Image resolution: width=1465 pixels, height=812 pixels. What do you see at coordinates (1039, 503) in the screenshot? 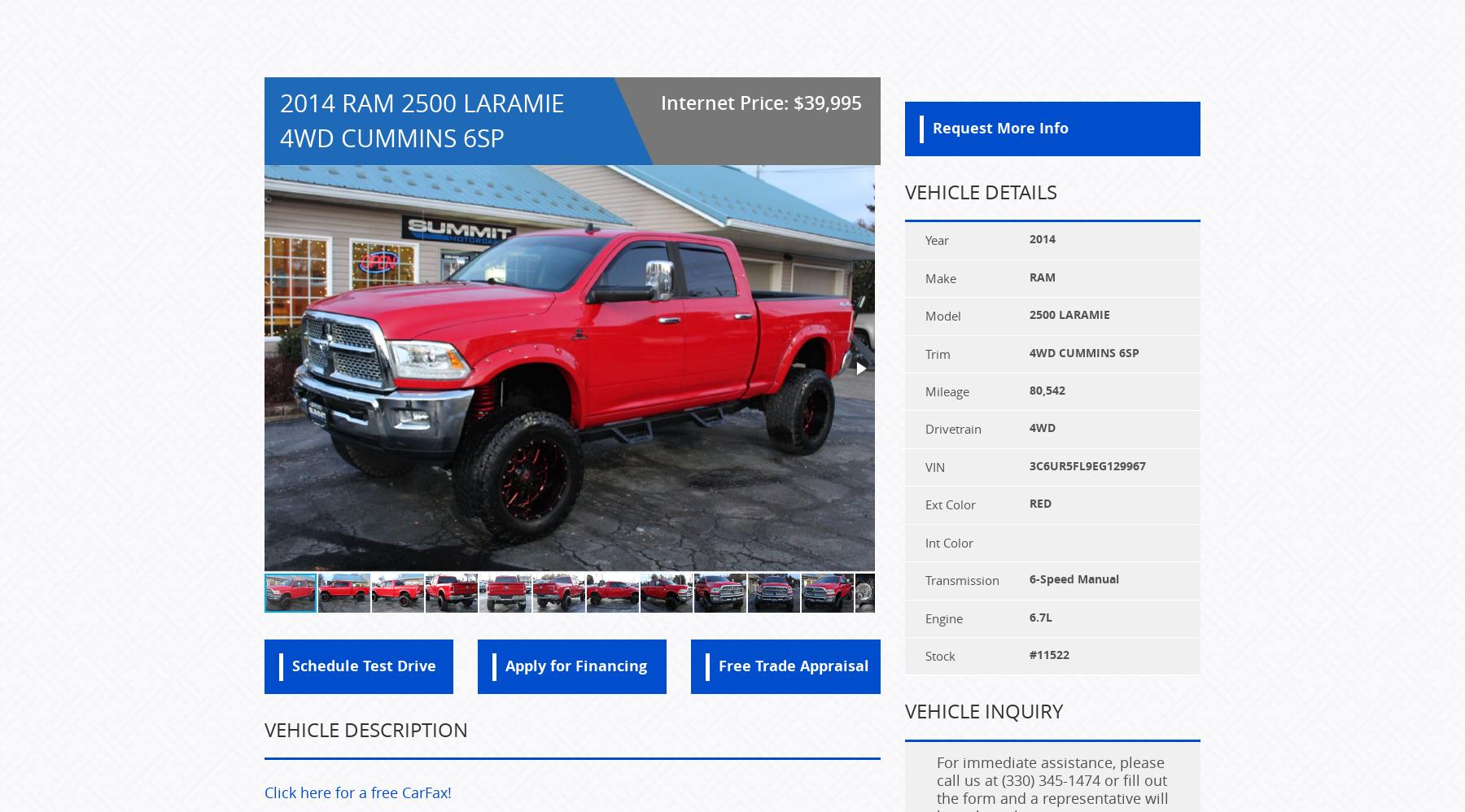
I see `'RED'` at bounding box center [1039, 503].